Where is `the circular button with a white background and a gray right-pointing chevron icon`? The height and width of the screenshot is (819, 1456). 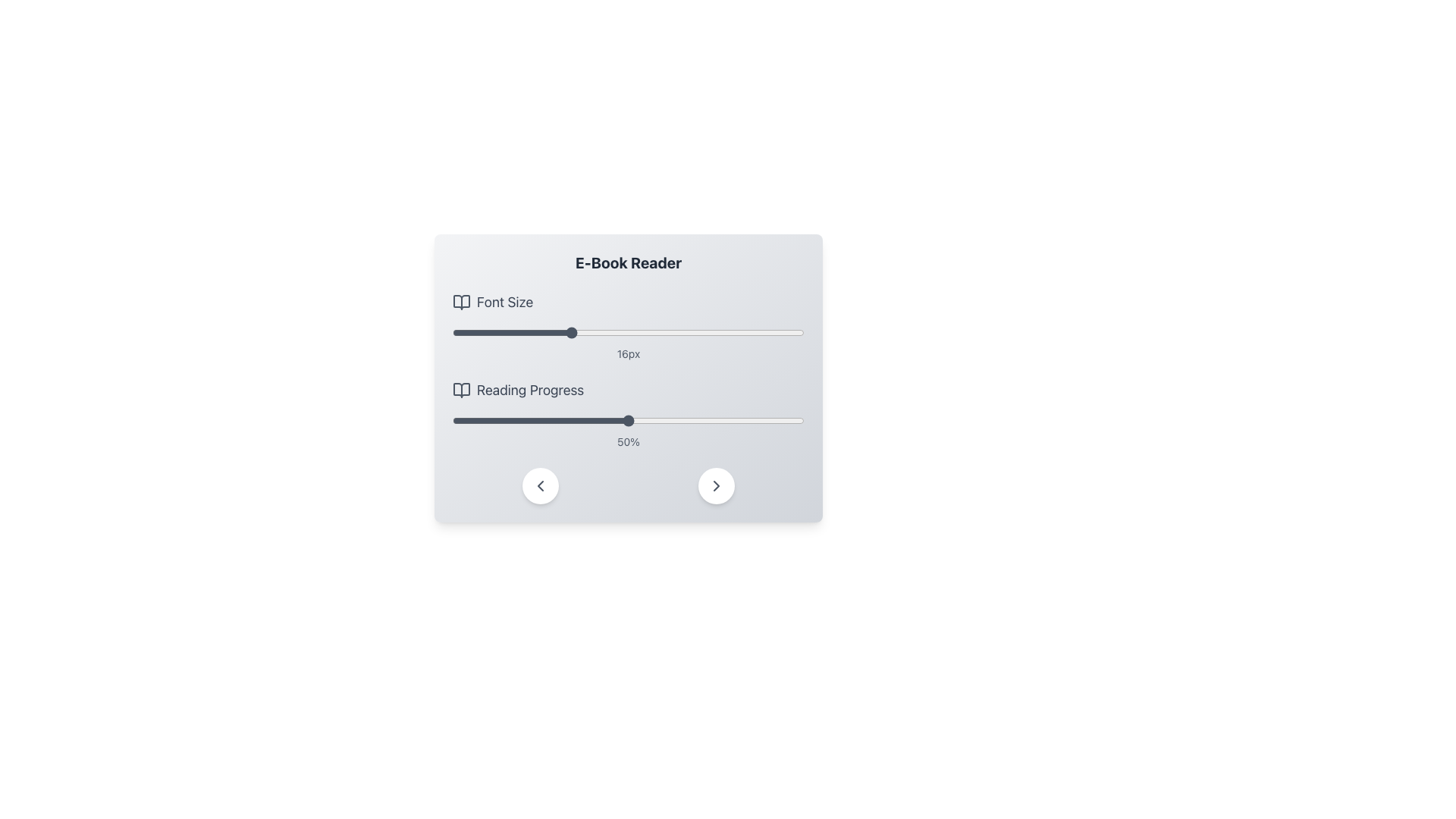
the circular button with a white background and a gray right-pointing chevron icon is located at coordinates (716, 485).